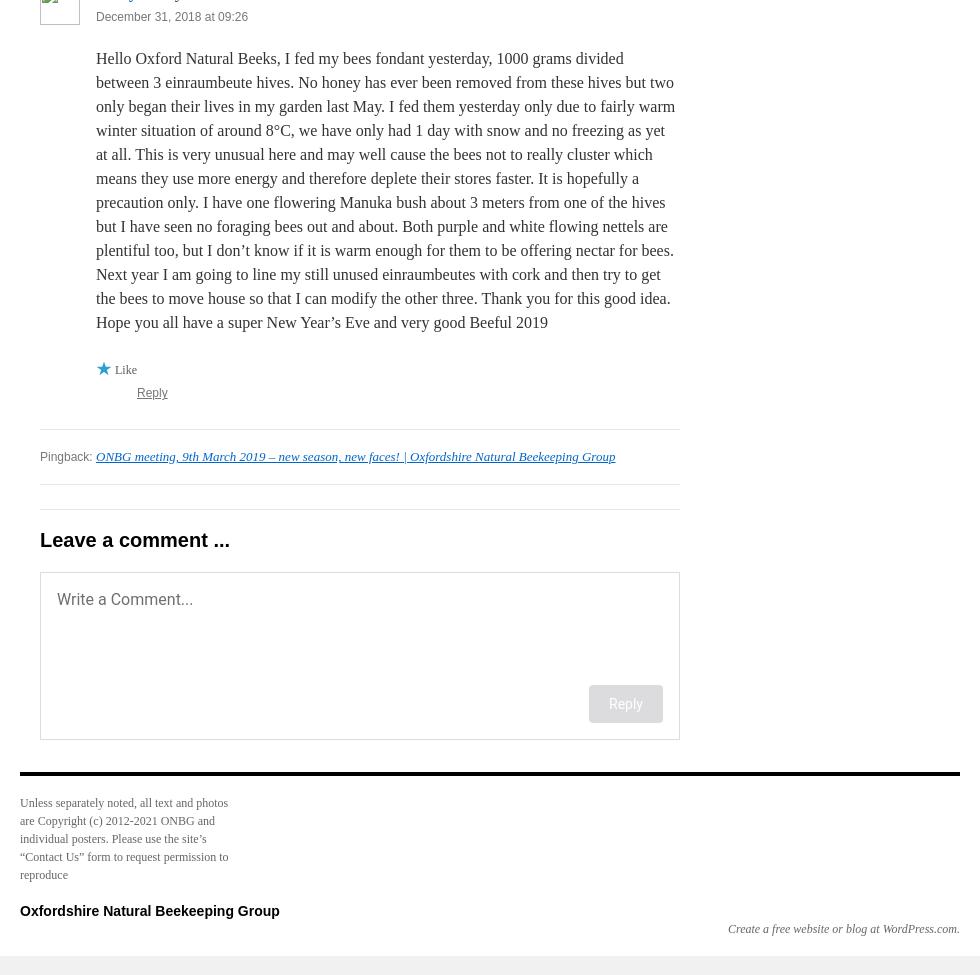 The image size is (980, 975). I want to click on 'Hope you all have a super New Year’s Eve and very good Beeful 2019', so click(322, 321).